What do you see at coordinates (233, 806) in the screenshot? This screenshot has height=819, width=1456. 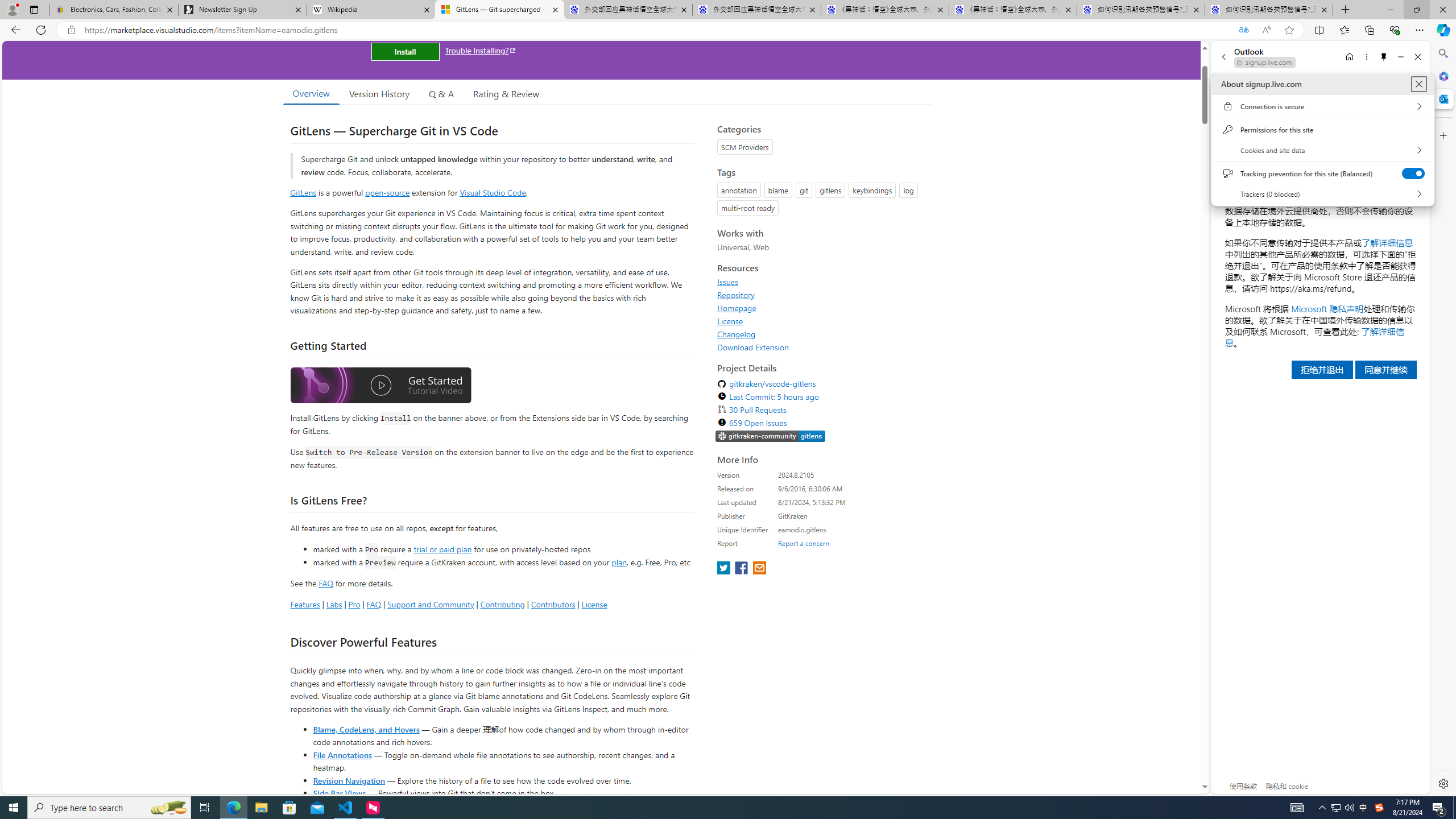 I see `'Microsoft Edge - 1 running window'` at bounding box center [233, 806].